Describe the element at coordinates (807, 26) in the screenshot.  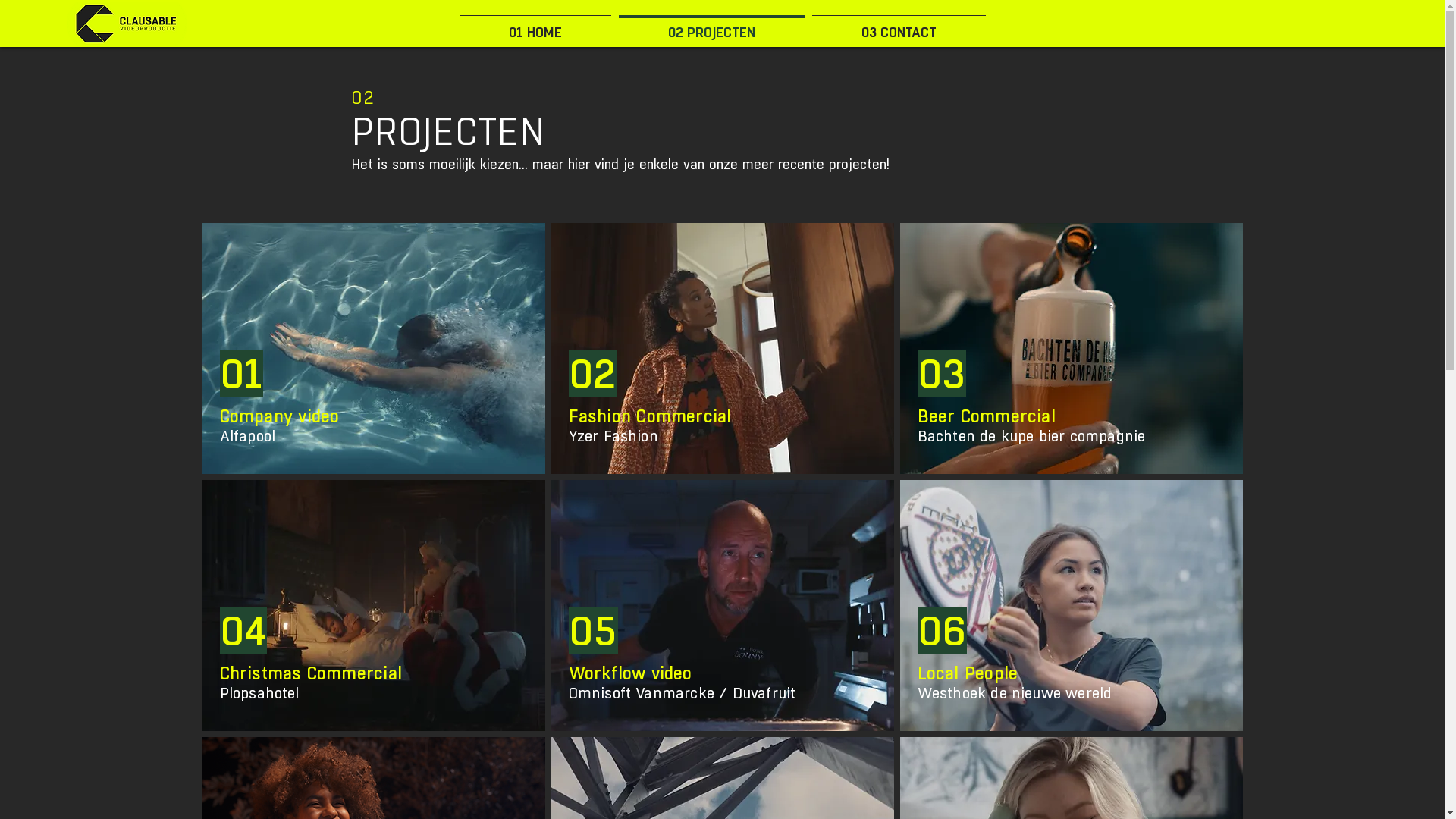
I see `'03 CONTACT'` at that location.